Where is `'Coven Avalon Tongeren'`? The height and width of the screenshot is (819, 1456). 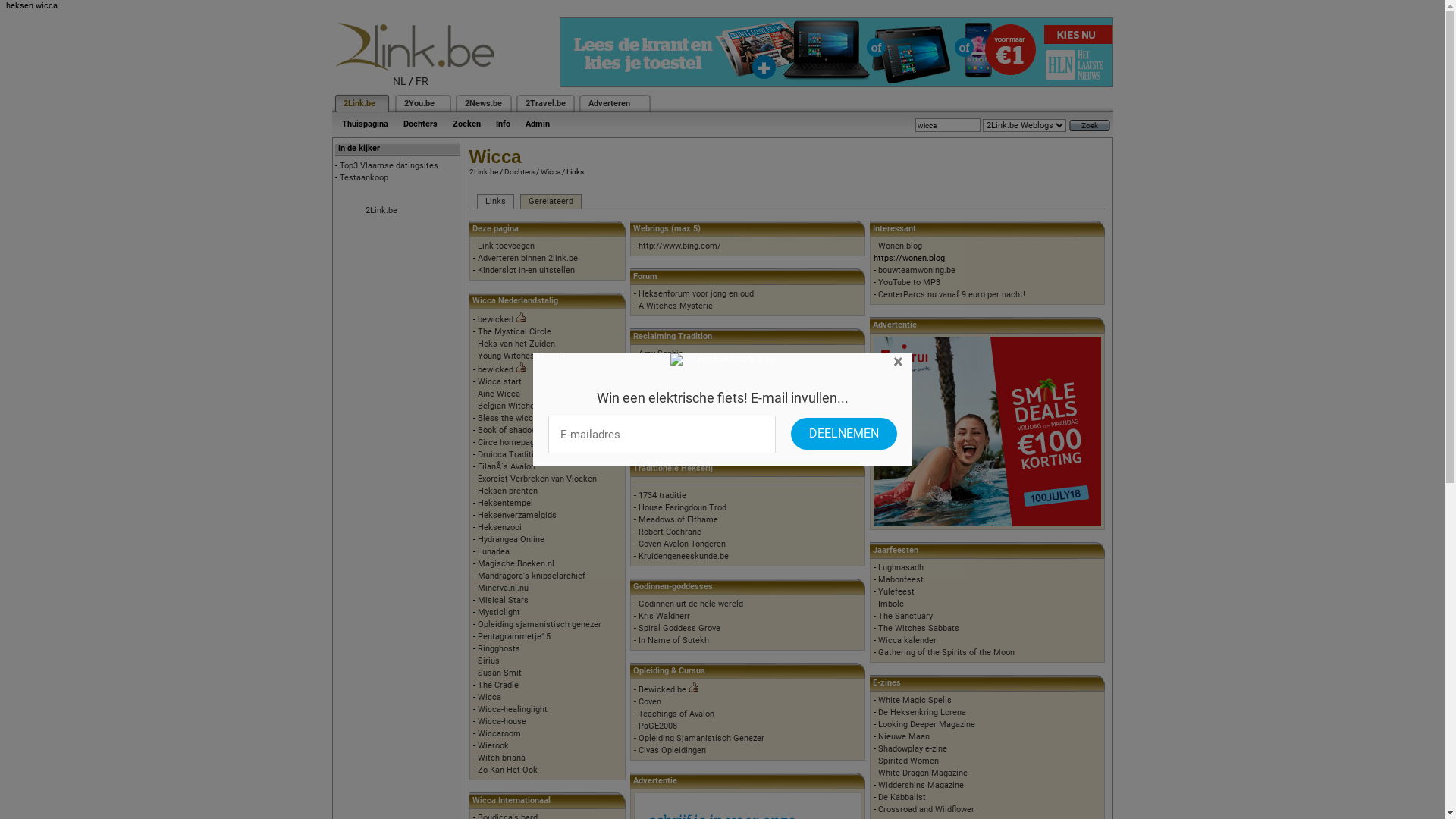 'Coven Avalon Tongeren' is located at coordinates (681, 543).